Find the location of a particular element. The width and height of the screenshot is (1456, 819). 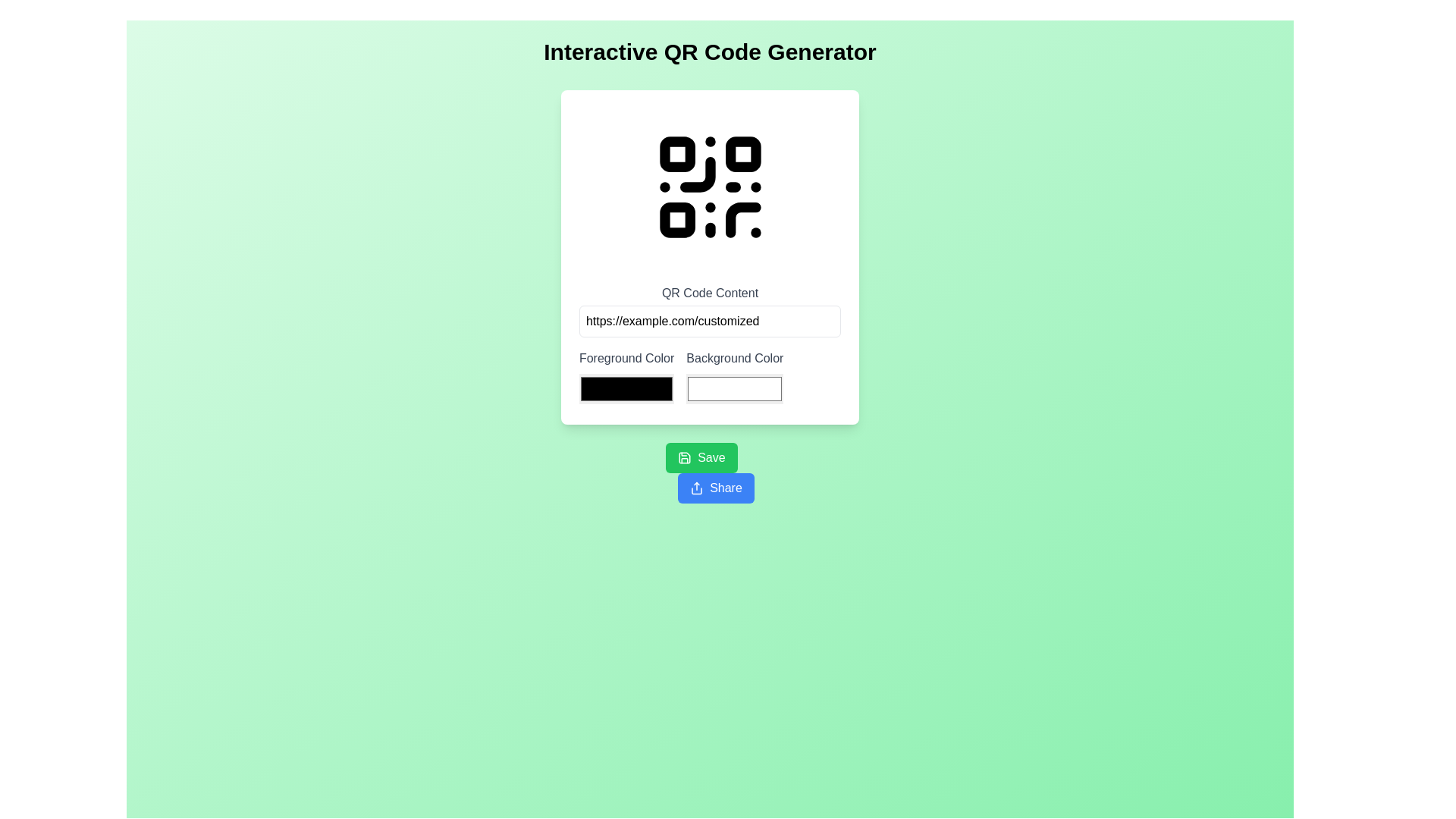

the QR code display element, which is centrally located within the white-panel UI section, above the text input field labeled 'QR Code Content' is located at coordinates (709, 186).